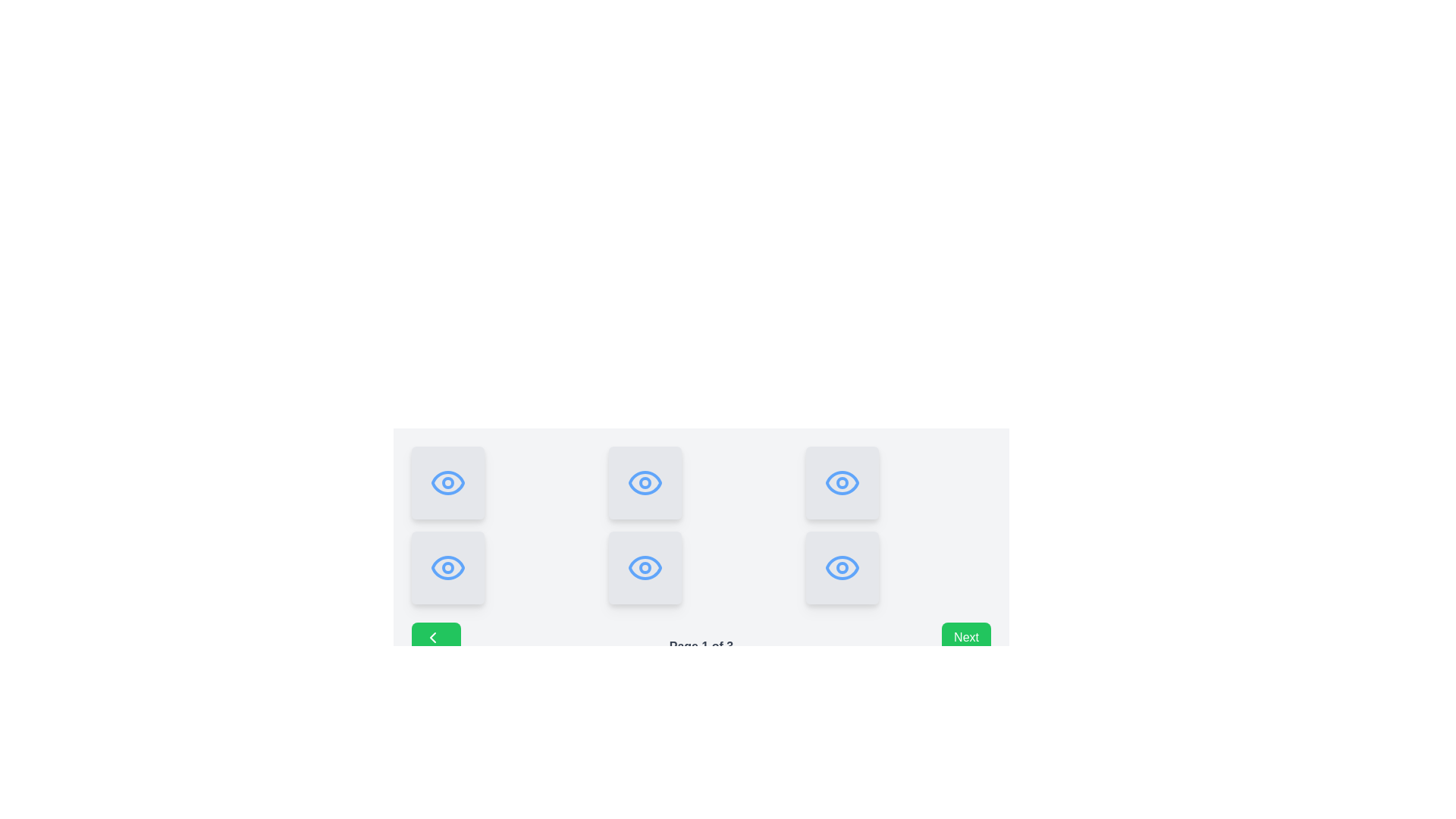  Describe the element at coordinates (841, 567) in the screenshot. I see `the visual marker circle located in the bottom-right button of a 2x3 grid containing eye icons` at that location.